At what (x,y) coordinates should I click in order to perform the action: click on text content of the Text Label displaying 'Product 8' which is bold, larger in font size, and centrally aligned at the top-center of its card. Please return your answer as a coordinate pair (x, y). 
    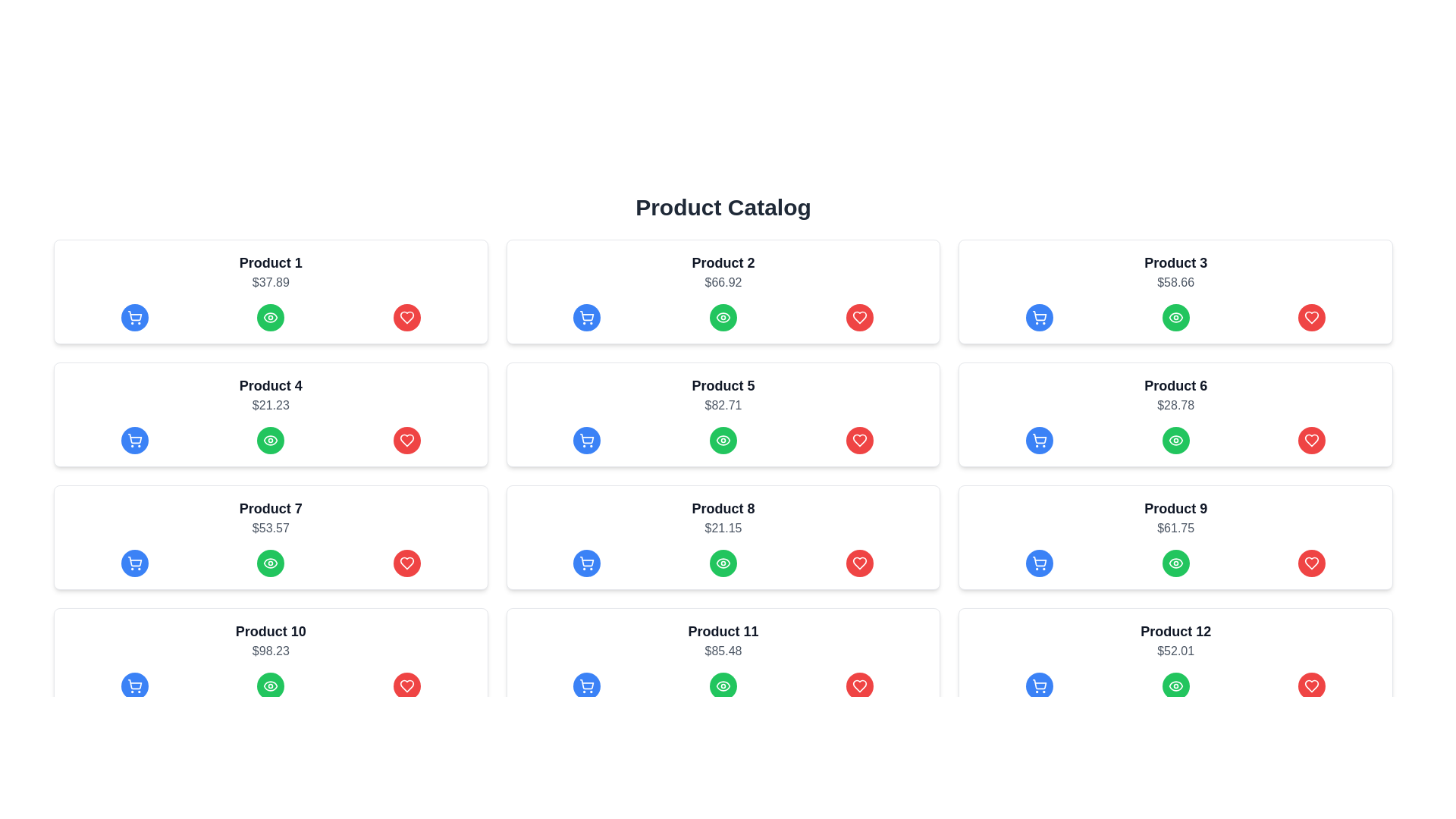
    Looking at the image, I should click on (723, 509).